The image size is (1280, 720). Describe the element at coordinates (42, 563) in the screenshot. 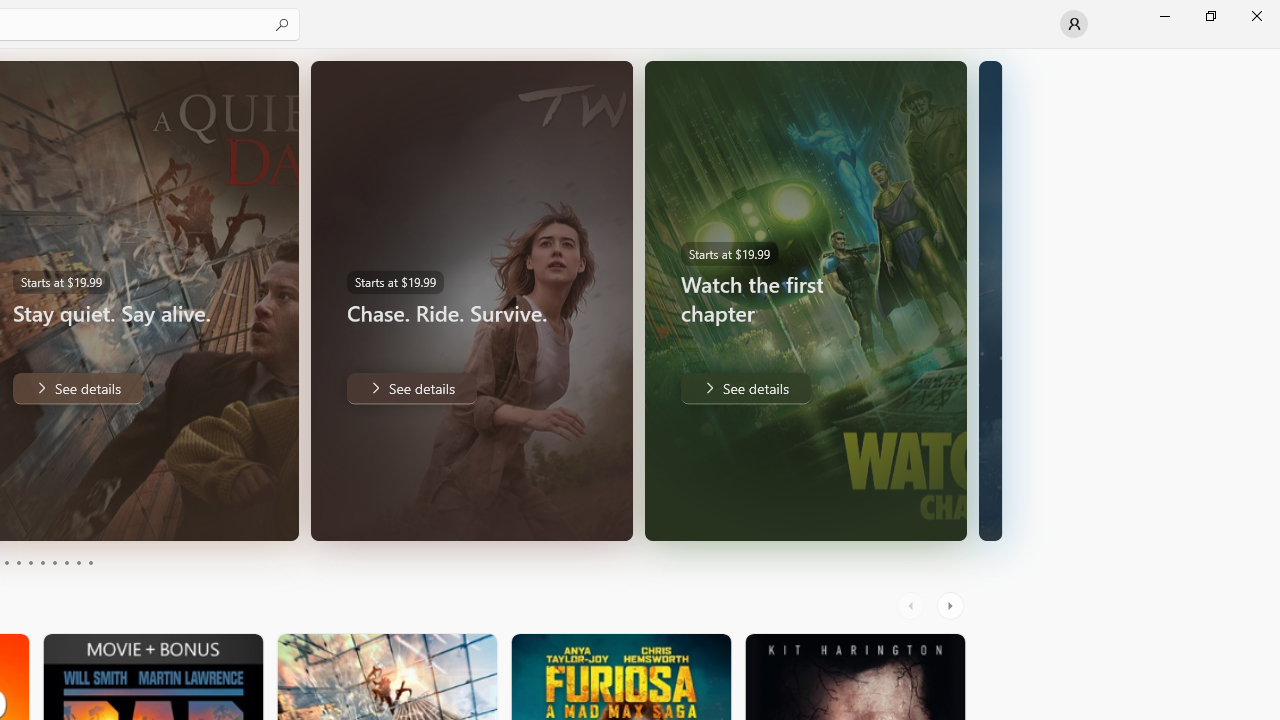

I see `'Page 6'` at that location.